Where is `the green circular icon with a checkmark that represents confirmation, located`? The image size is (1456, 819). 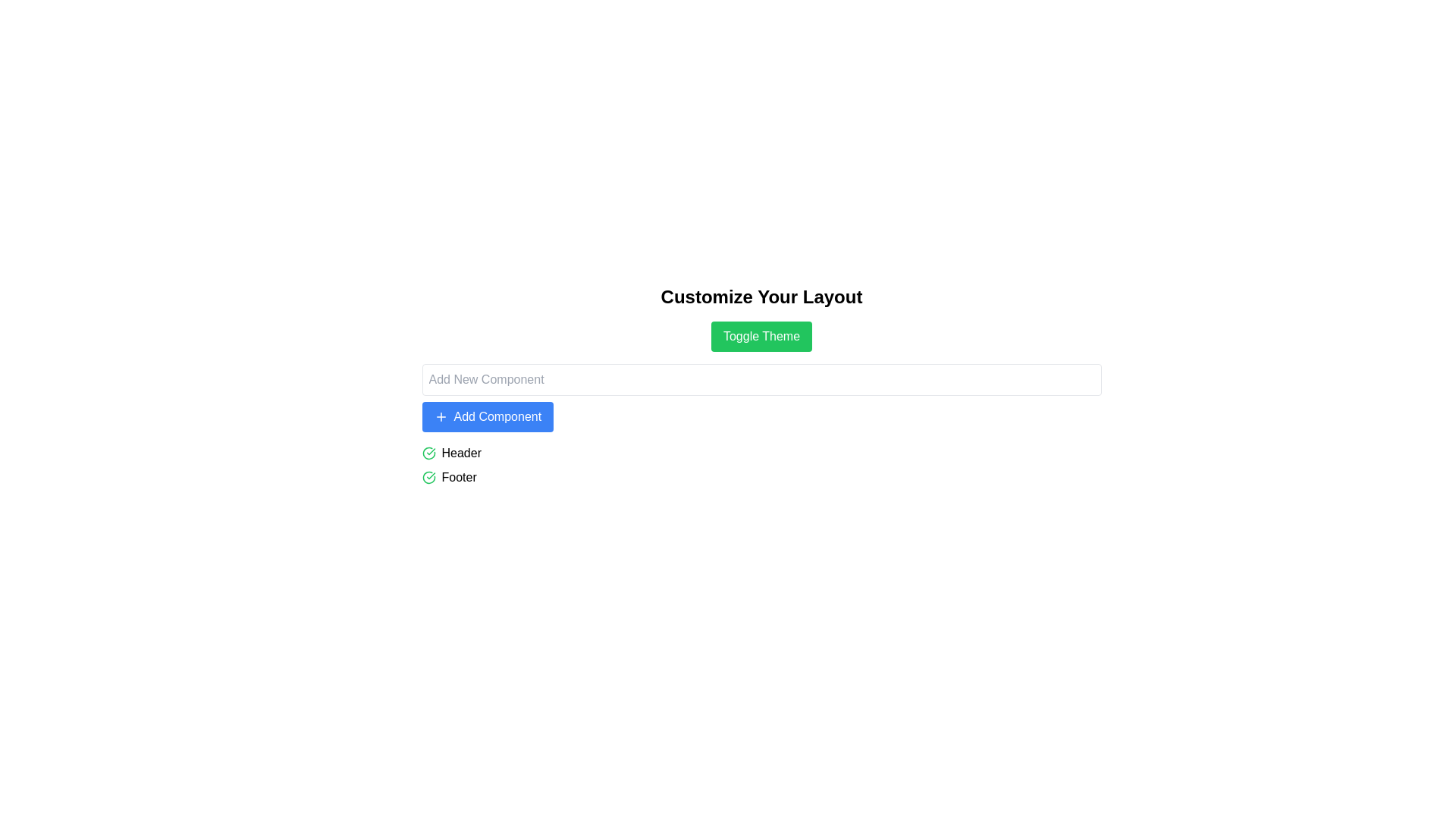 the green circular icon with a checkmark that represents confirmation, located is located at coordinates (428, 476).